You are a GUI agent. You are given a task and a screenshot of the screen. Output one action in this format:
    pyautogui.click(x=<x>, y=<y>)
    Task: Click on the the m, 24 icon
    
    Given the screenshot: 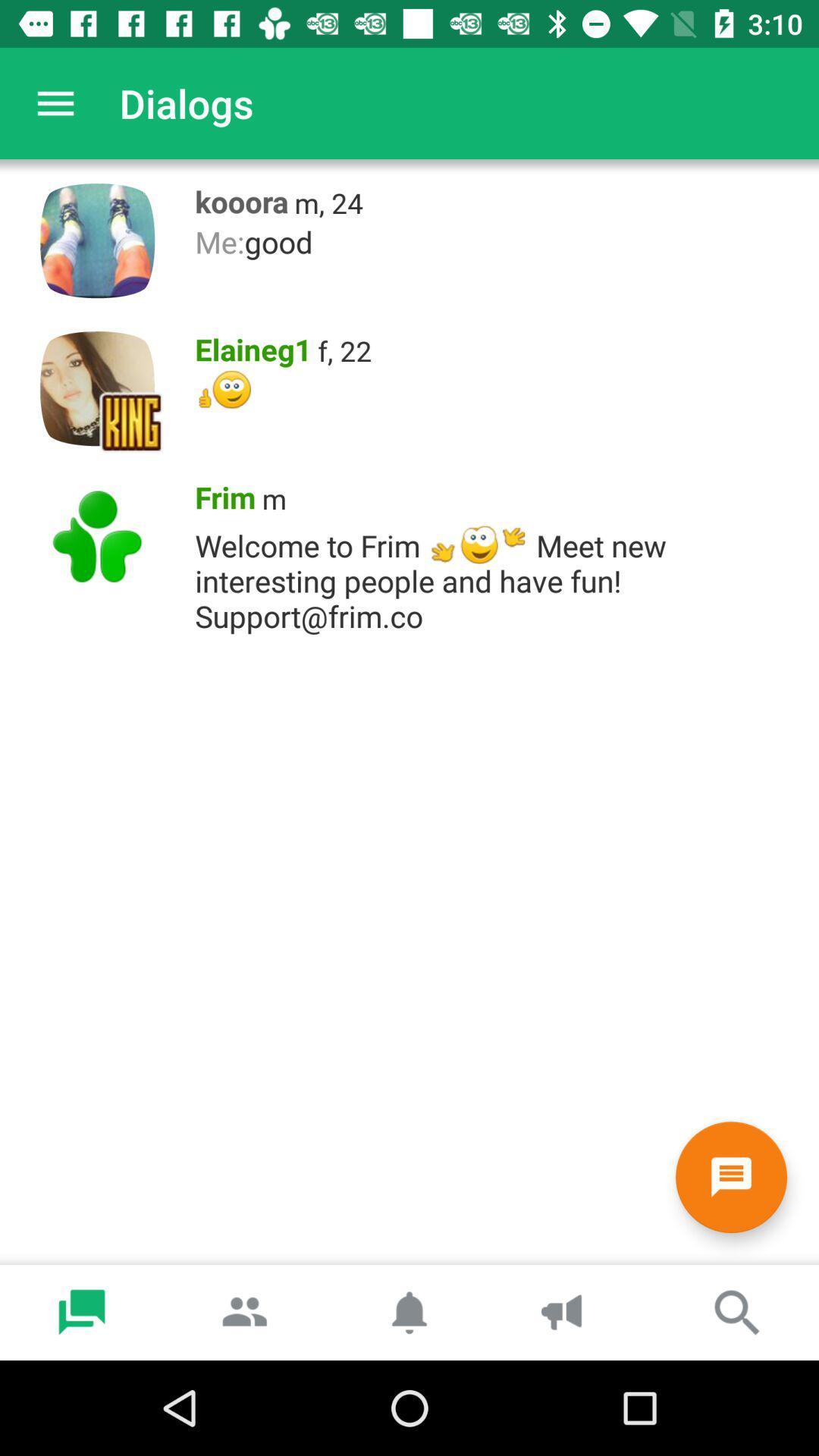 What is the action you would take?
    pyautogui.click(x=328, y=202)
    